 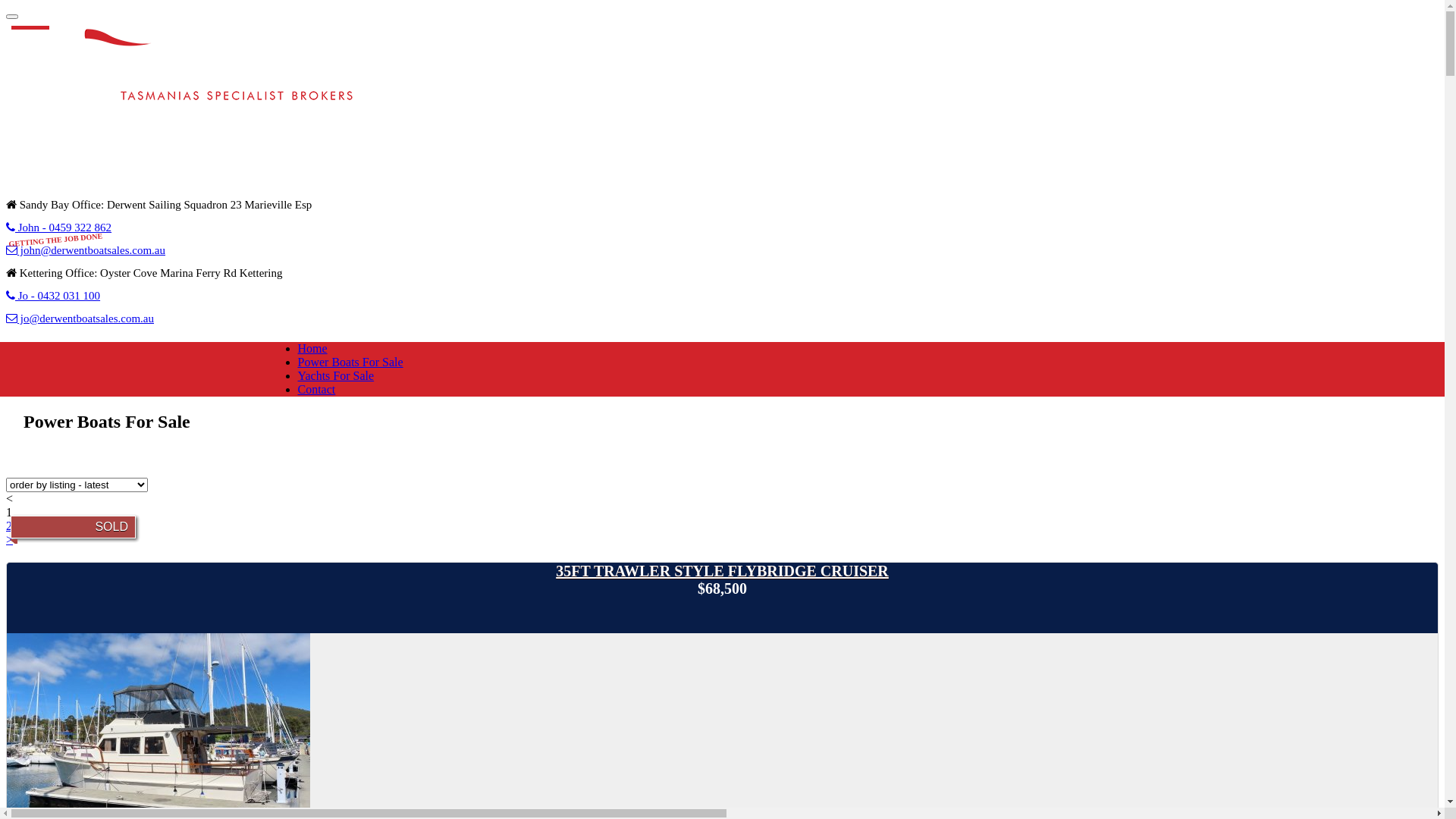 What do you see at coordinates (6, 538) in the screenshot?
I see `'>'` at bounding box center [6, 538].